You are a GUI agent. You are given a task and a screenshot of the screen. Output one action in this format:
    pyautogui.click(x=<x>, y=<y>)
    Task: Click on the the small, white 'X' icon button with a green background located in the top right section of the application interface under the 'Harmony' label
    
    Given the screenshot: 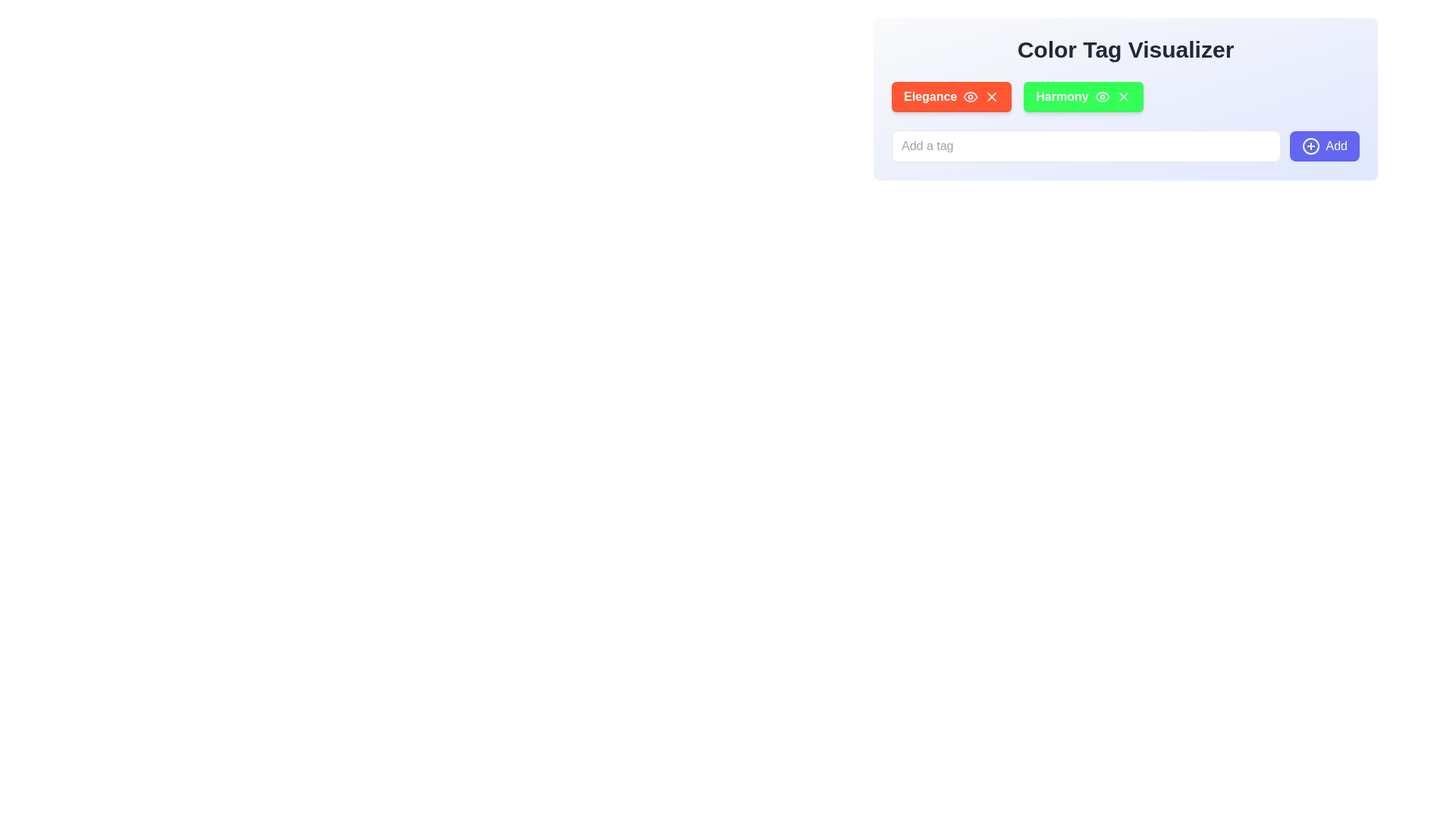 What is the action you would take?
    pyautogui.click(x=1123, y=96)
    